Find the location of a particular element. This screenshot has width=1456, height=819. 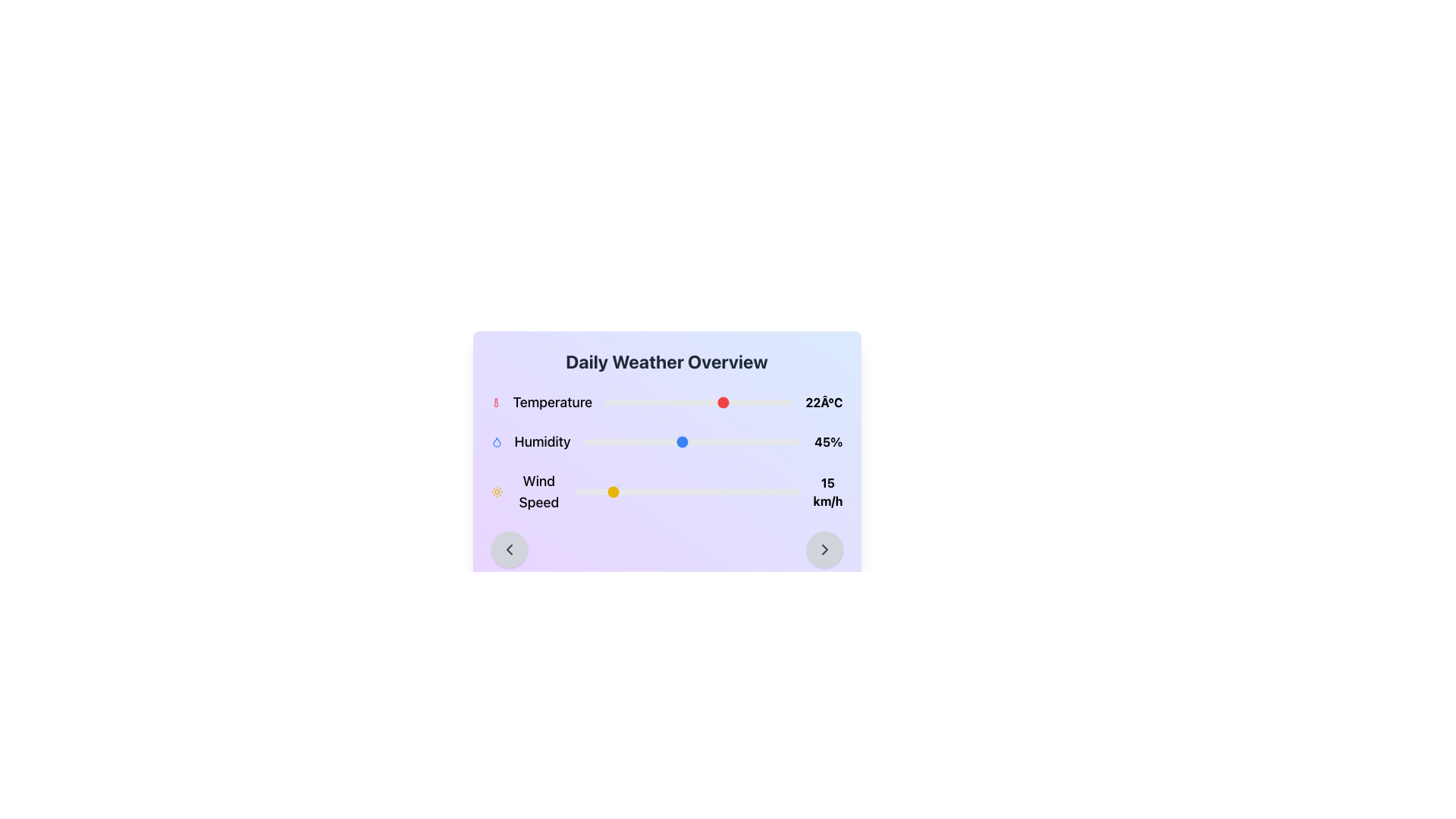

the navigational icon within the circular button located at the bottom-right corner of the 'Daily Weather Overview' panel is located at coordinates (824, 550).